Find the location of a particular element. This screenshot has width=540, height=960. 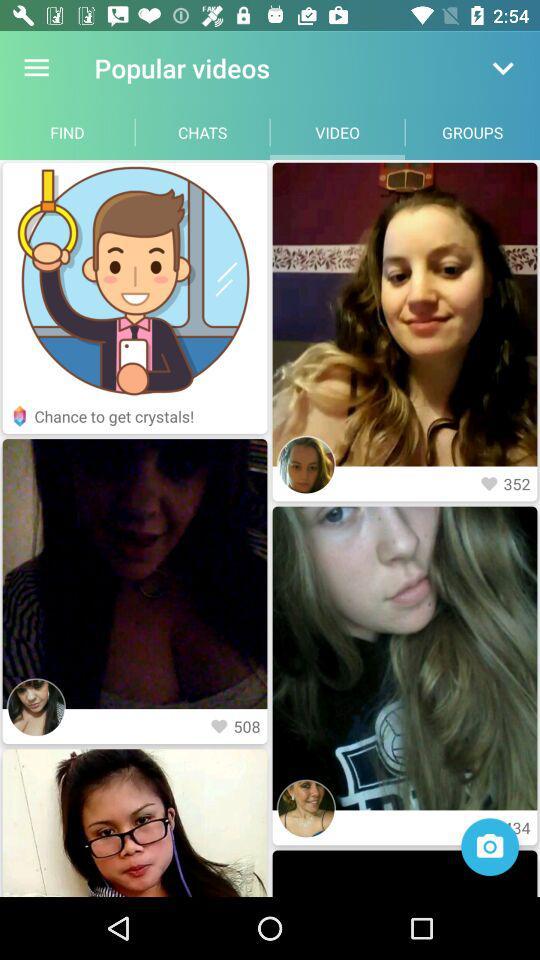

item next to the chats item is located at coordinates (67, 131).